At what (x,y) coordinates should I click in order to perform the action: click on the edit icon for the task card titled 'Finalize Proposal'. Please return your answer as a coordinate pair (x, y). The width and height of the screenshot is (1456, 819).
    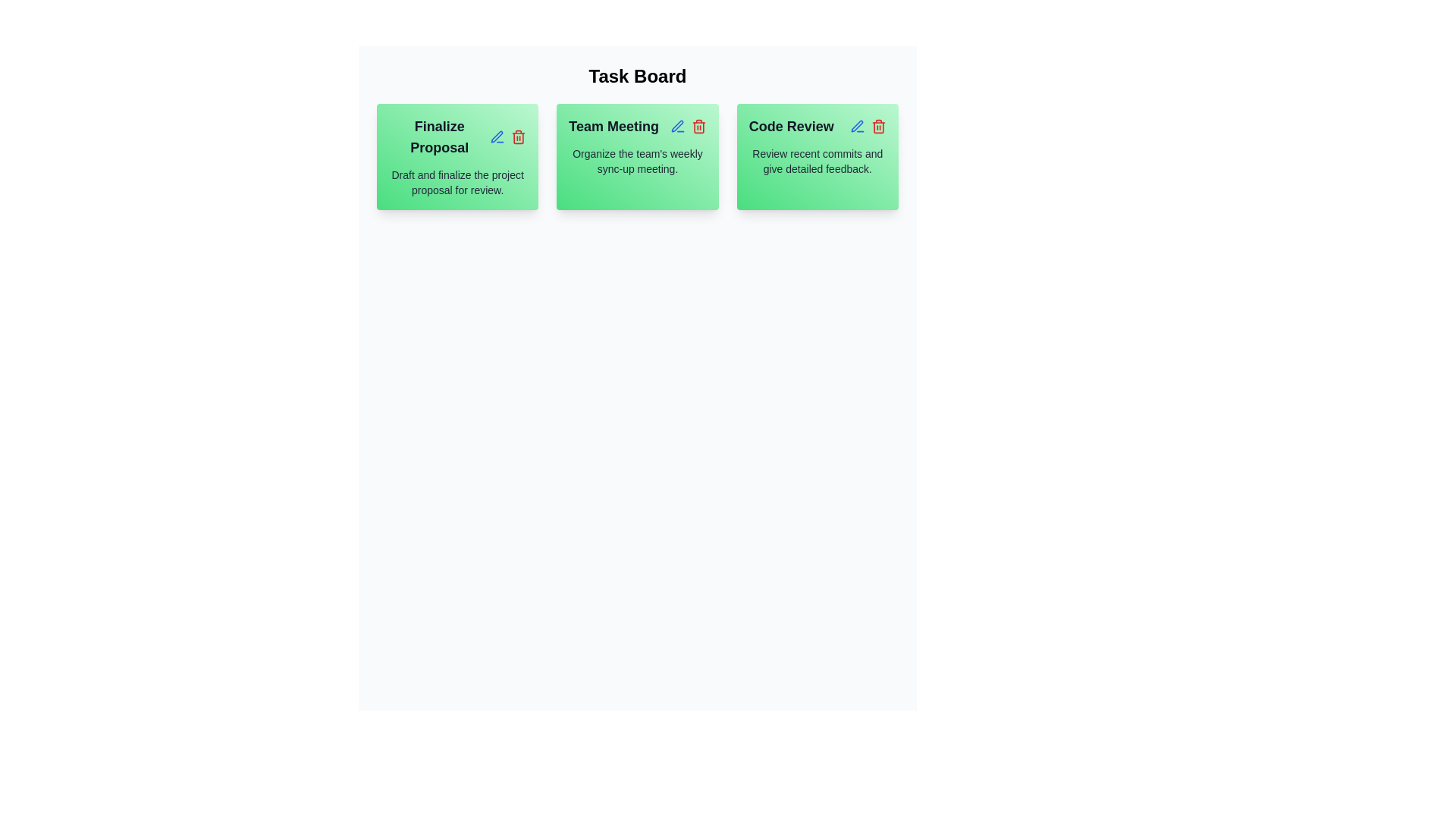
    Looking at the image, I should click on (497, 137).